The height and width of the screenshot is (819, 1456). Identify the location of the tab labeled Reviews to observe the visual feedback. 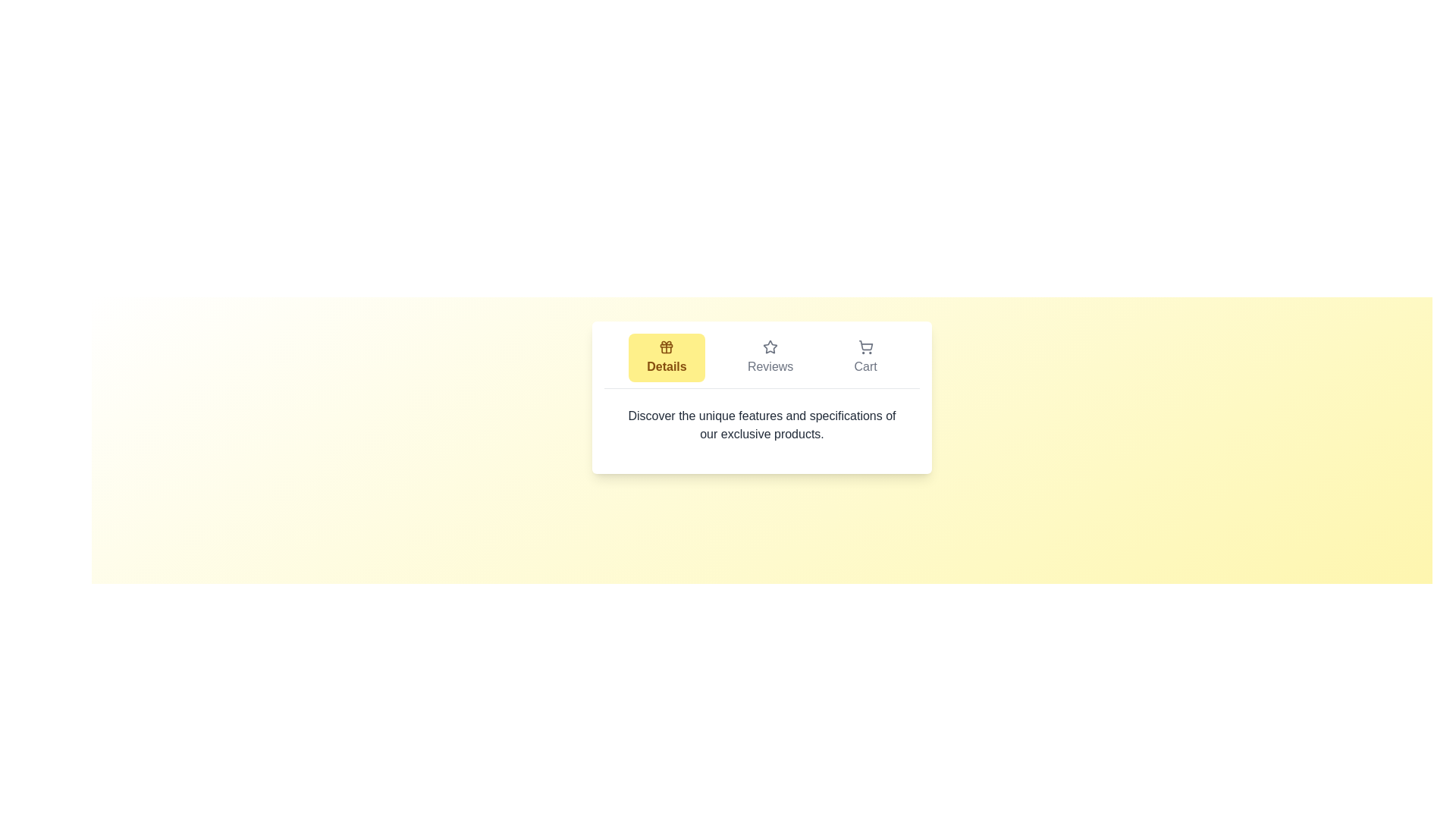
(770, 357).